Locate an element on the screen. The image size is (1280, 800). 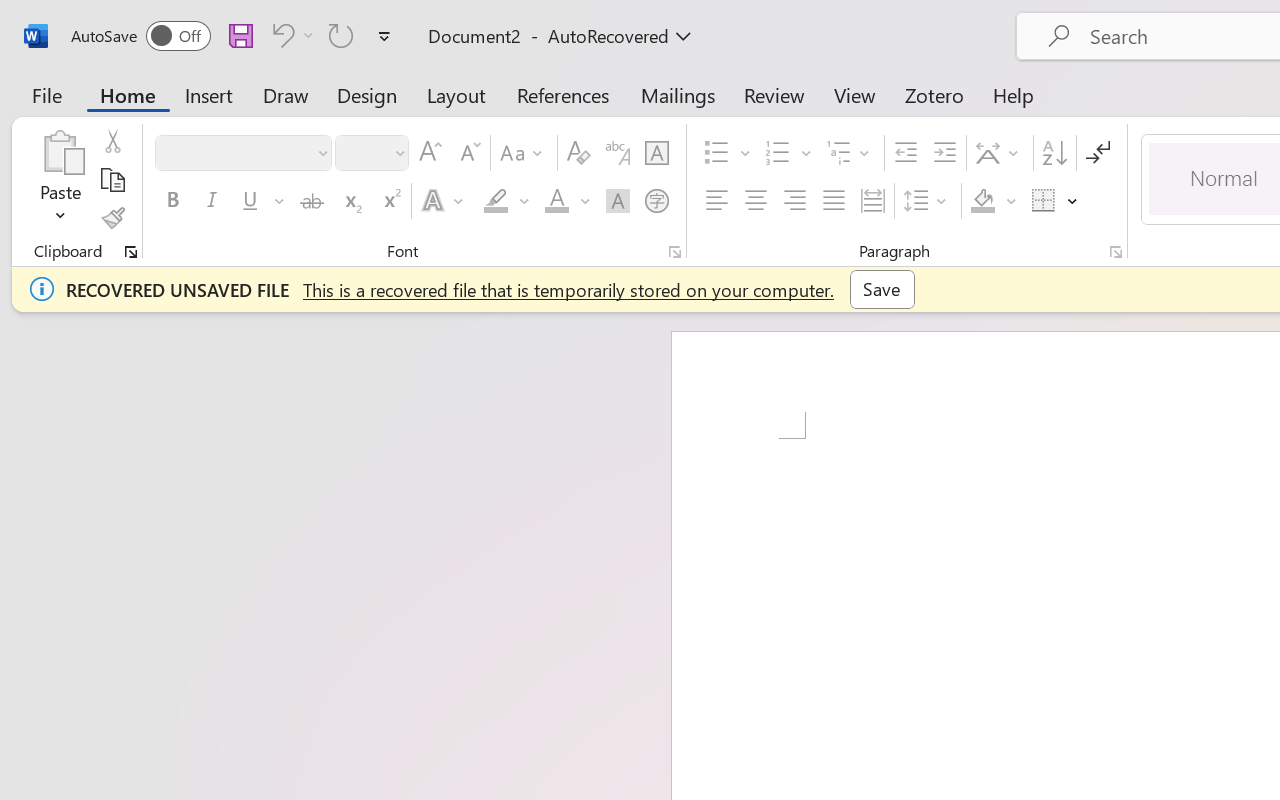
'Can' is located at coordinates (279, 34).